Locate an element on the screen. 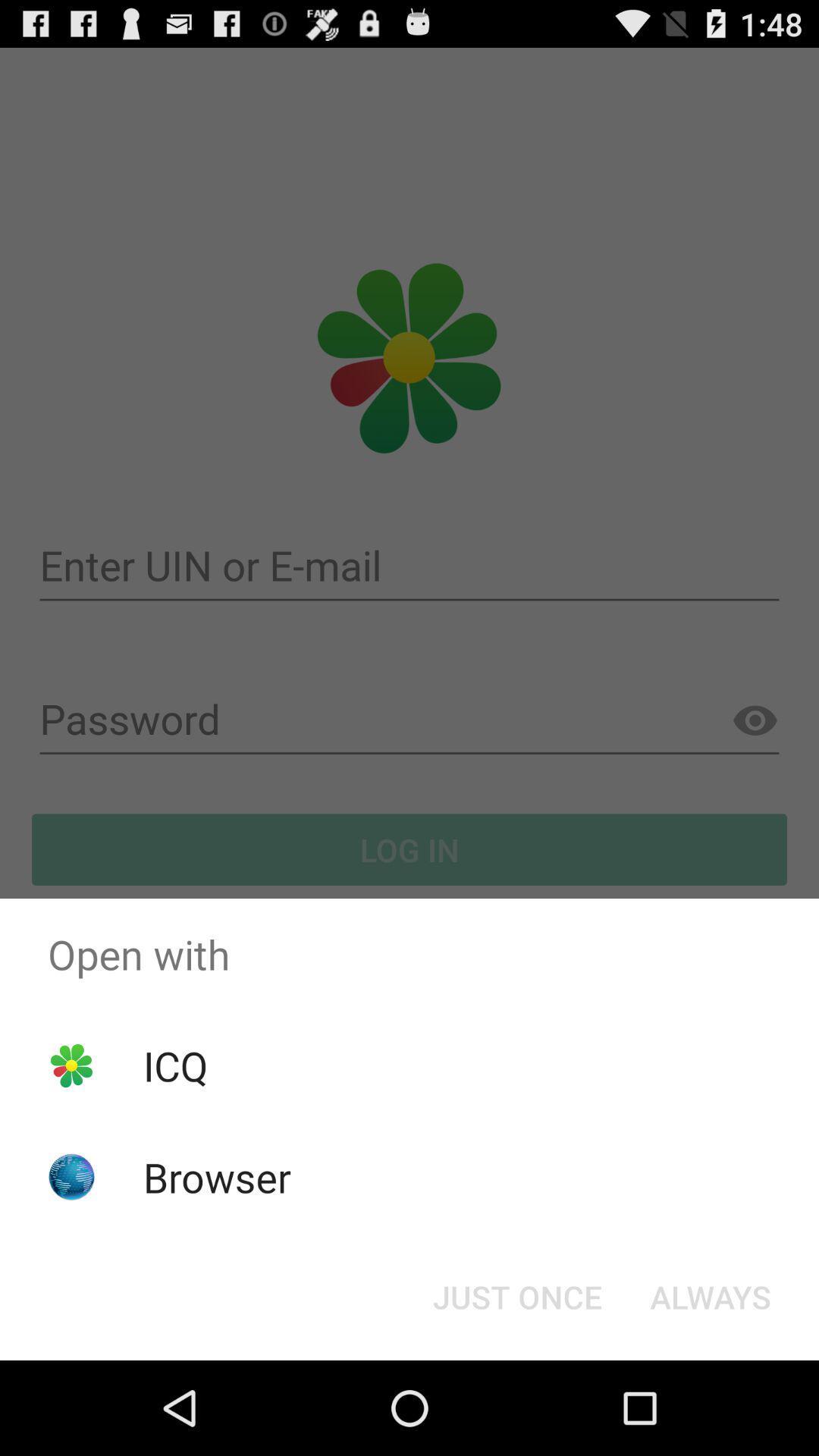  item at the bottom right corner is located at coordinates (711, 1295).